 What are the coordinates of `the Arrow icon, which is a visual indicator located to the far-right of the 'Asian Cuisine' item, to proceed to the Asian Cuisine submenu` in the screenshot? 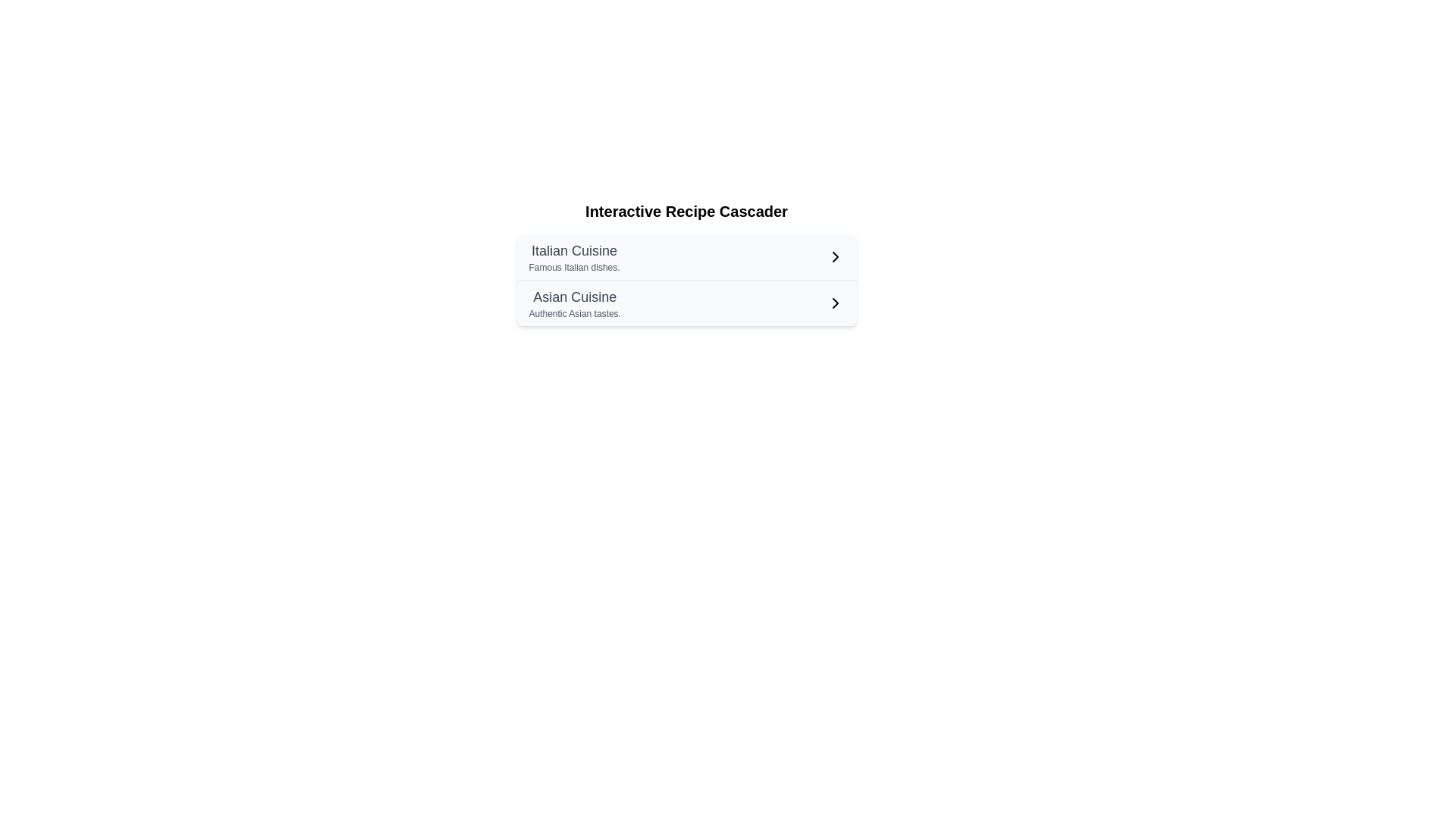 It's located at (834, 303).